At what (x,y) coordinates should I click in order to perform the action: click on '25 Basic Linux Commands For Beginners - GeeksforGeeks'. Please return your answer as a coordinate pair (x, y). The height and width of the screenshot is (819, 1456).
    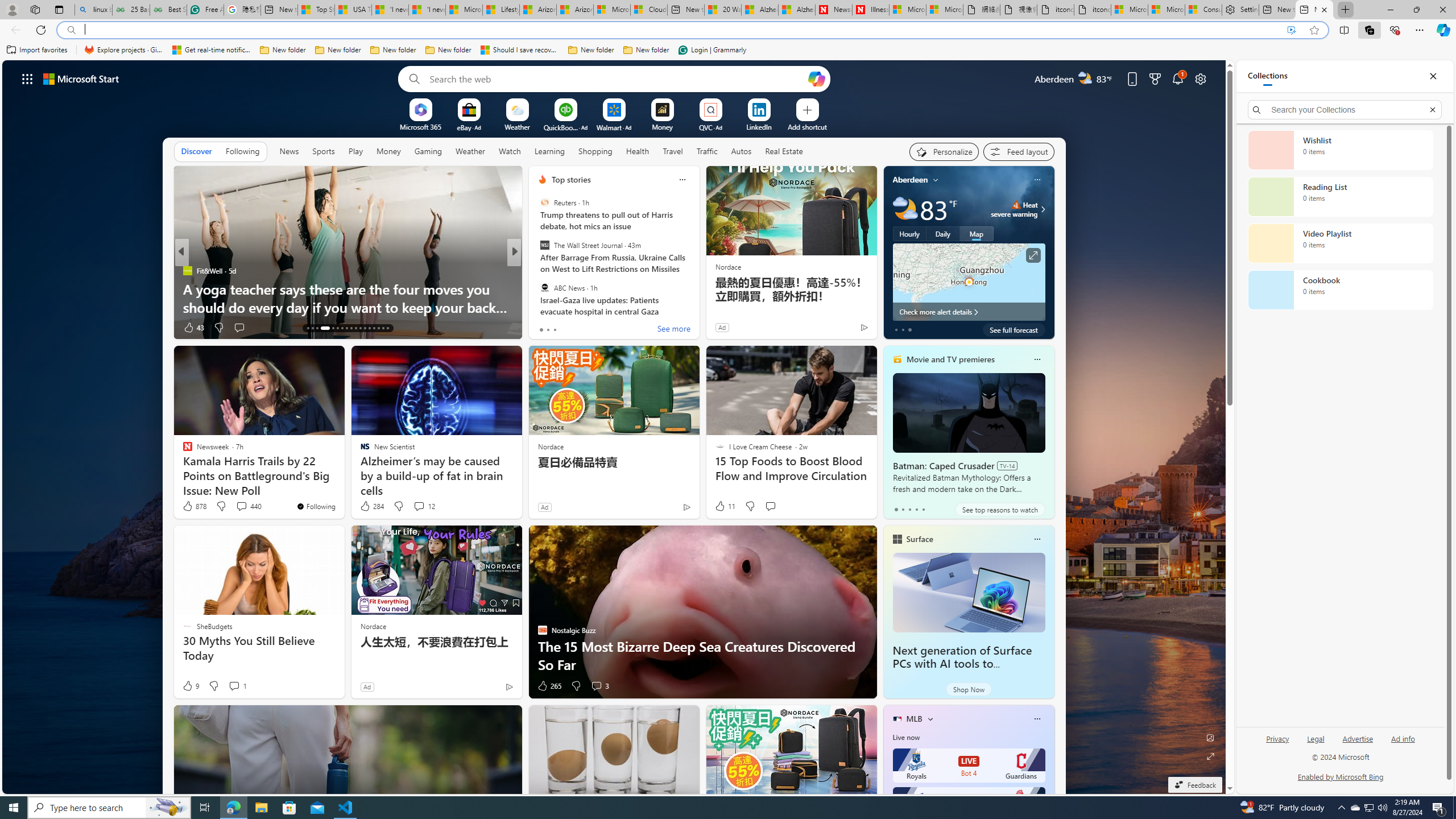
    Looking at the image, I should click on (130, 9).